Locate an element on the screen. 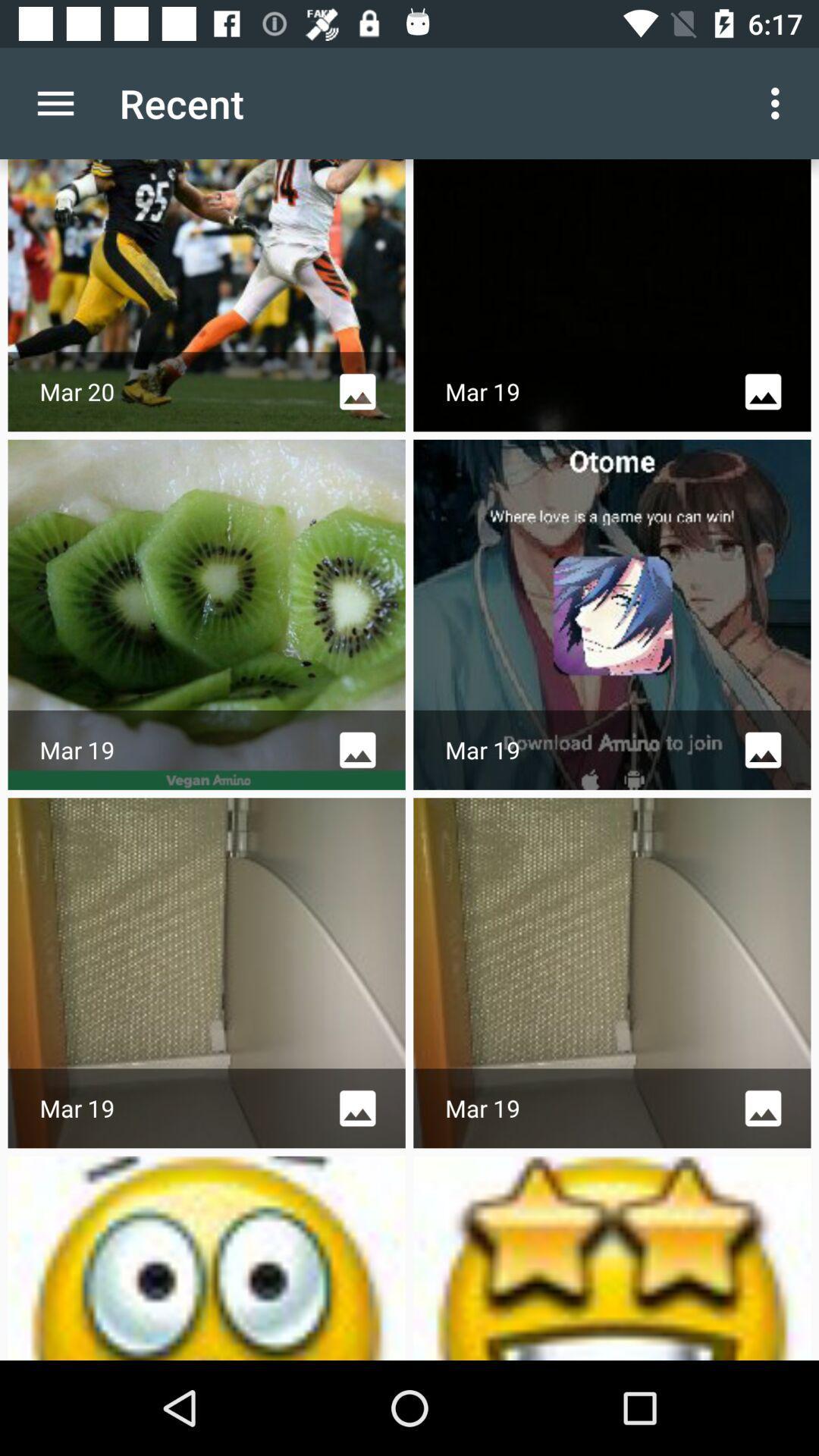 The width and height of the screenshot is (819, 1456). the item to the left of recent icon is located at coordinates (55, 102).